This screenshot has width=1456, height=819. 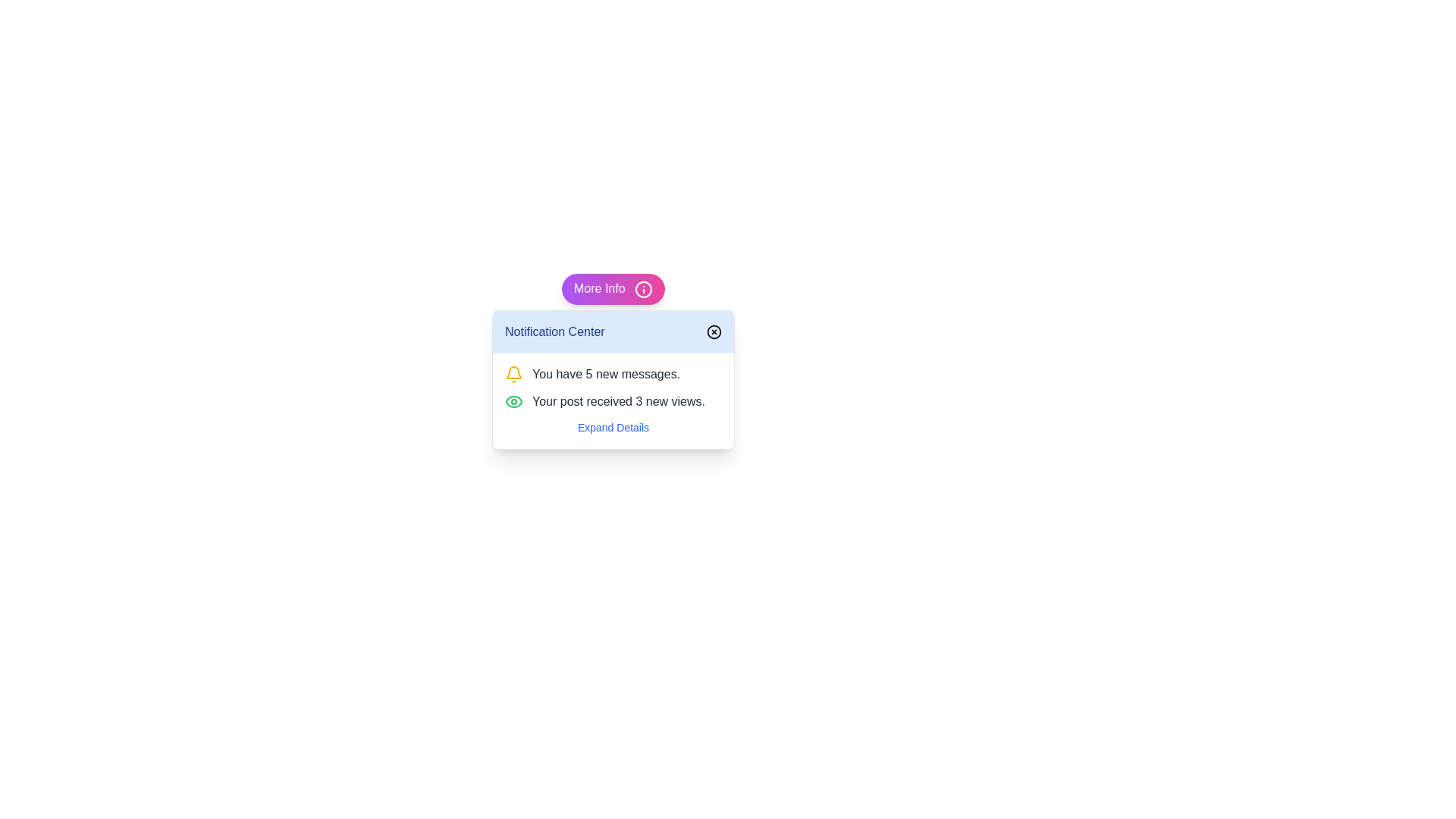 I want to click on the information icon located to the right of the 'More Info' button, so click(x=644, y=289).